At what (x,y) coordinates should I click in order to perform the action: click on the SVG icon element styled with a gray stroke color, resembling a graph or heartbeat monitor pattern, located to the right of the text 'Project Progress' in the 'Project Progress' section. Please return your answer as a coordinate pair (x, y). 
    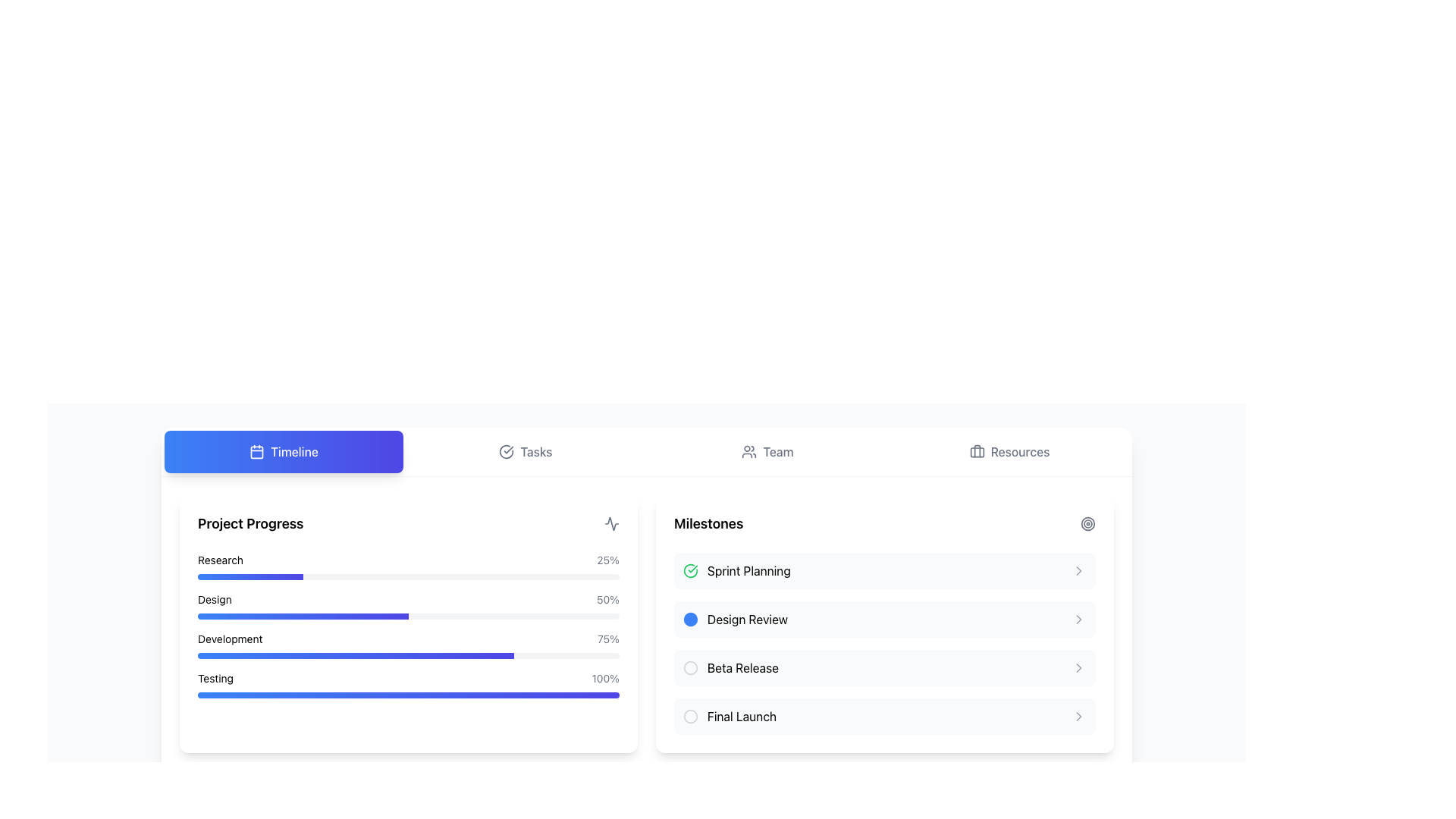
    Looking at the image, I should click on (611, 522).